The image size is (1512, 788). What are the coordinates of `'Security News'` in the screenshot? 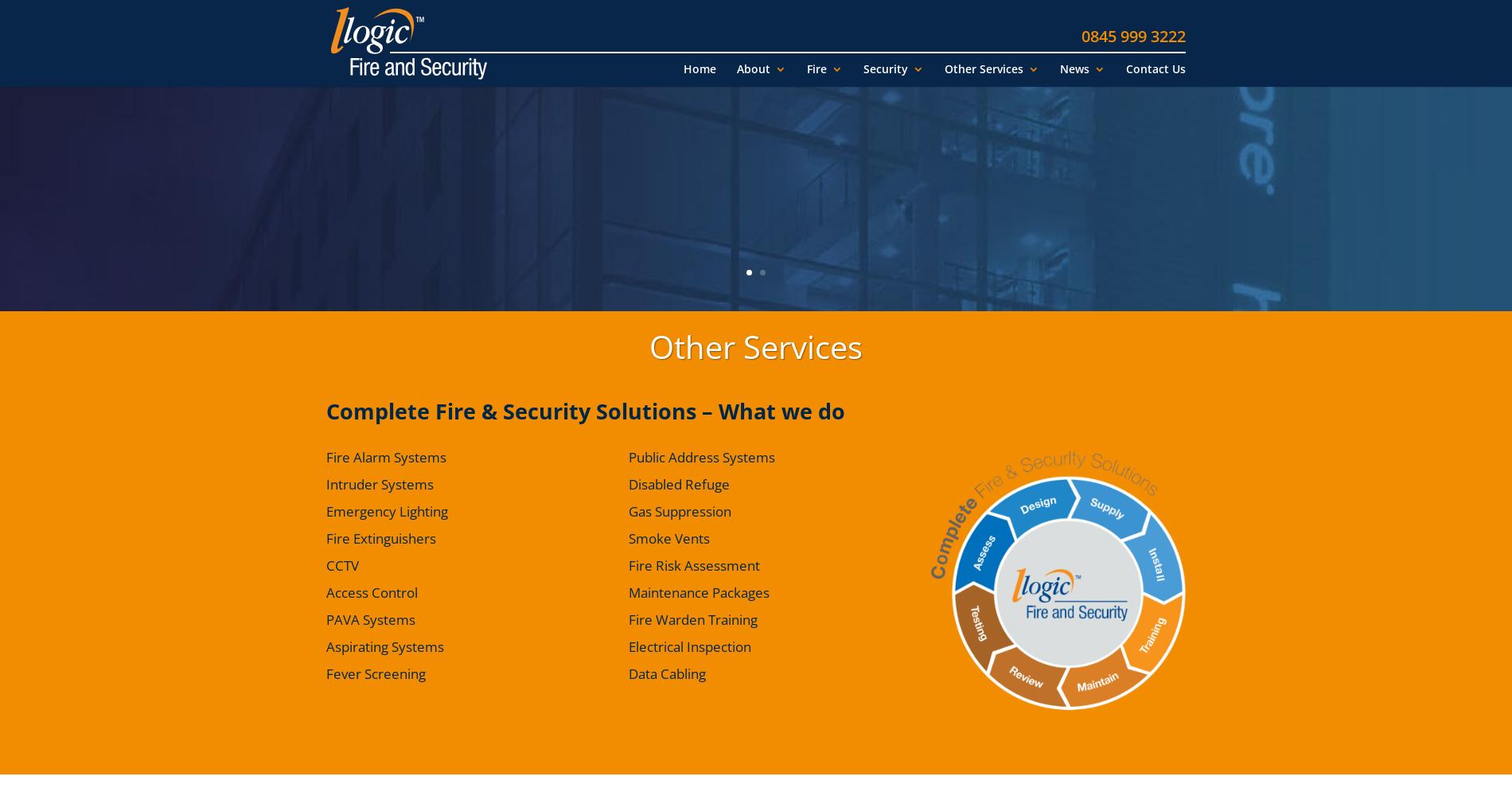 It's located at (1113, 159).